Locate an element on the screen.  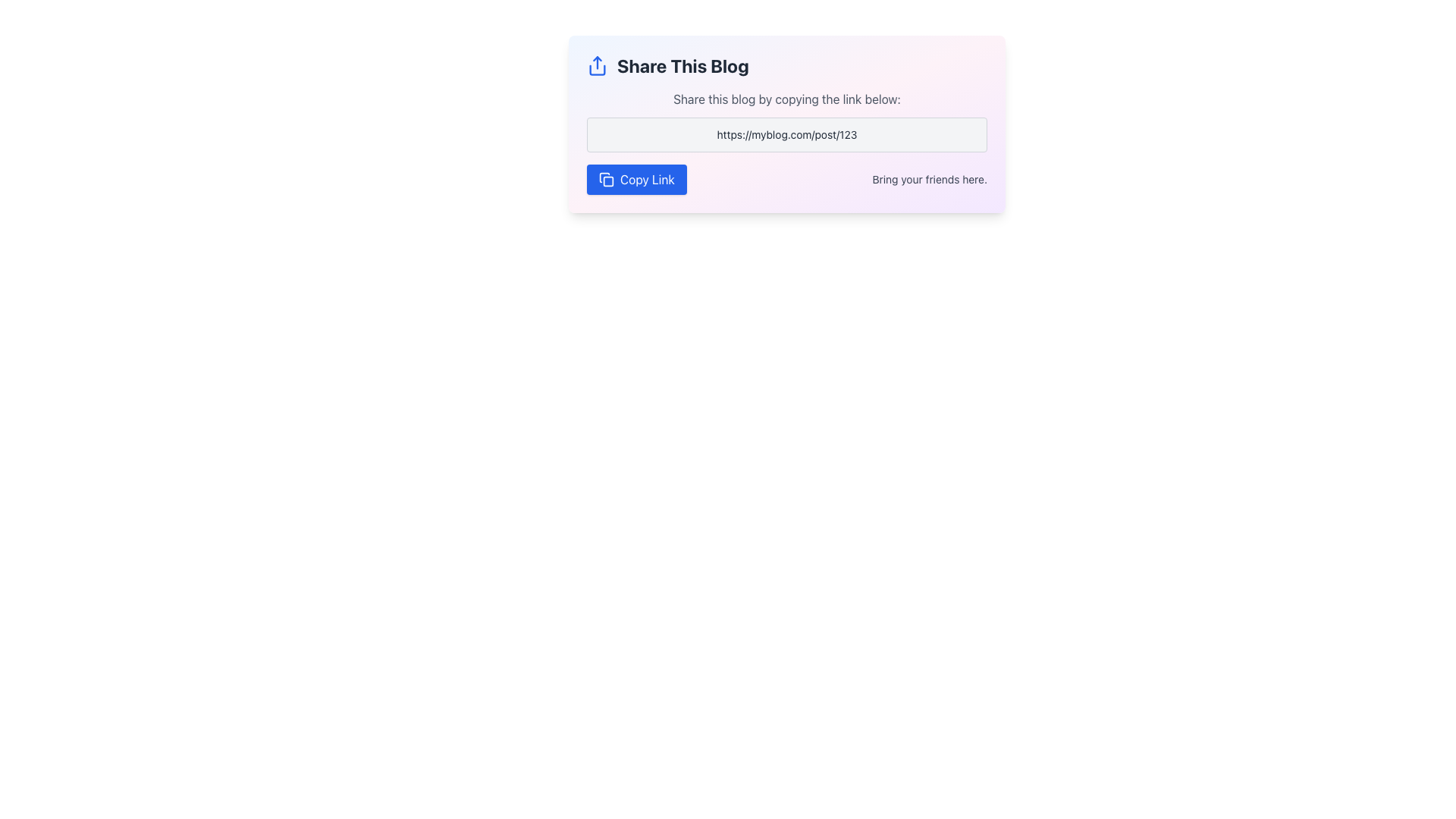
the 'Copy Link' button, which features an icon of overlapping squares with a blue background and white foreground is located at coordinates (607, 178).